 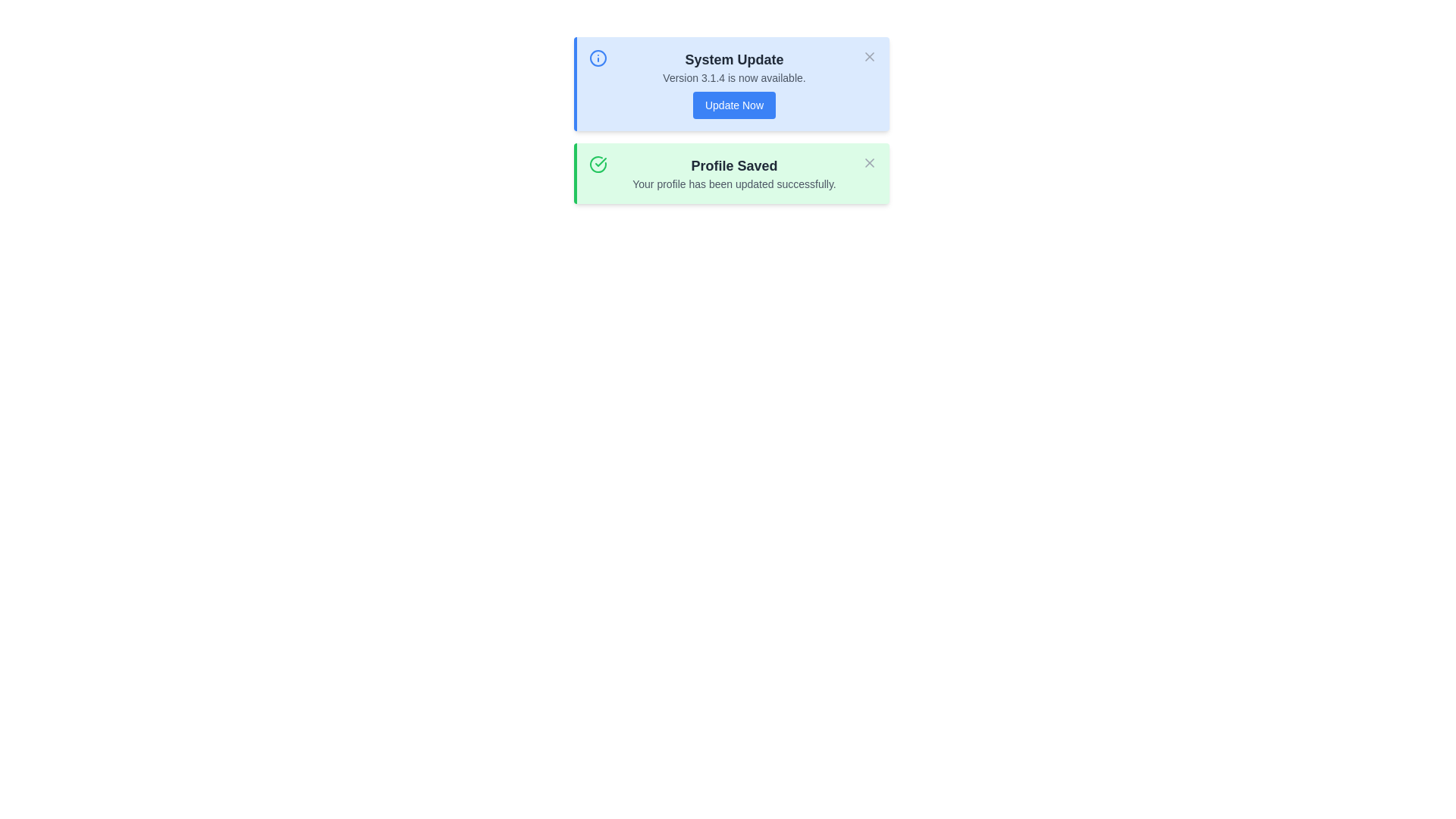 I want to click on the SVG Circle that is part of the information icon in the top-left corner of the 'System Update' notification, so click(x=597, y=58).